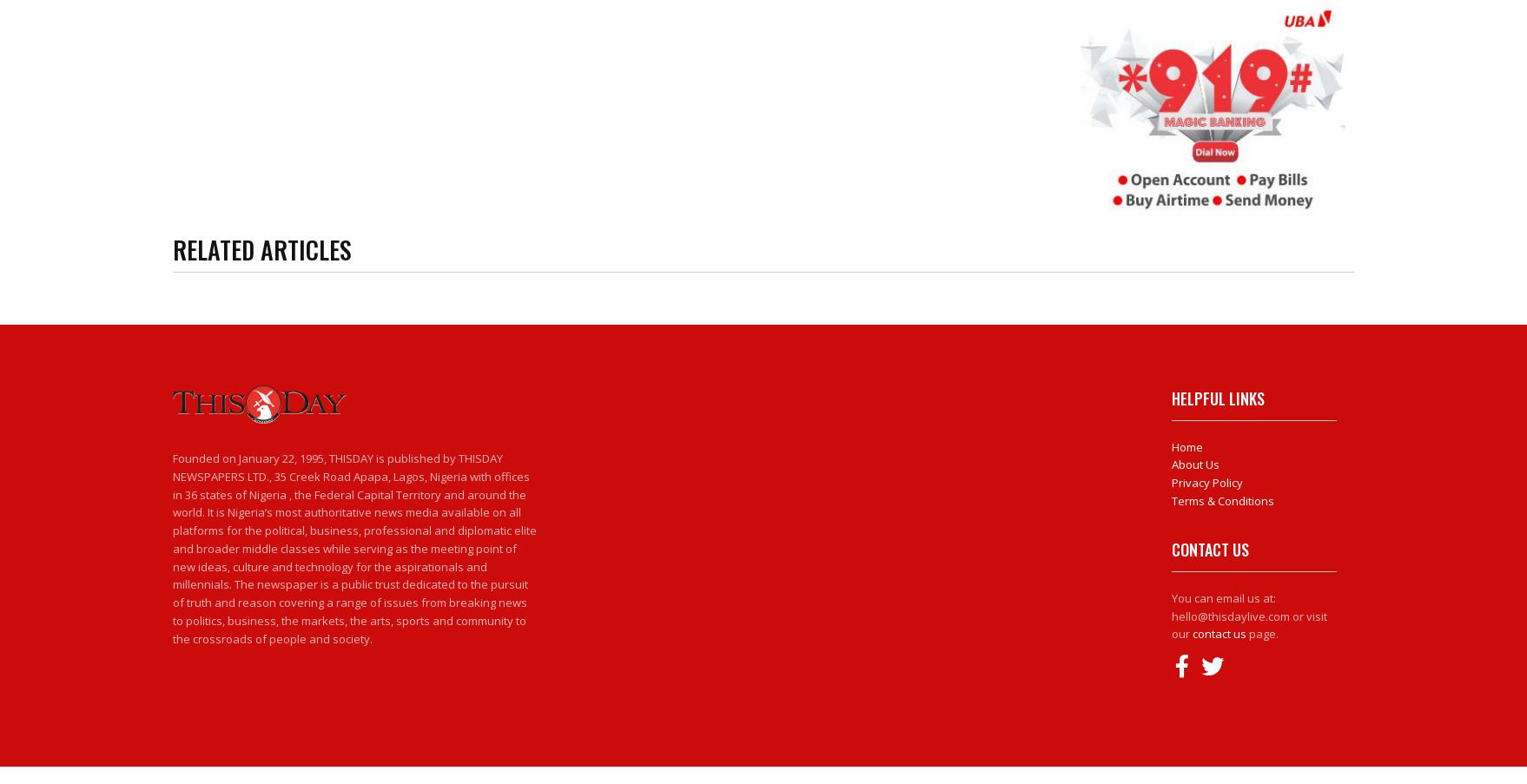 The image size is (1527, 784). Describe the element at coordinates (1218, 633) in the screenshot. I see `'contact us'` at that location.